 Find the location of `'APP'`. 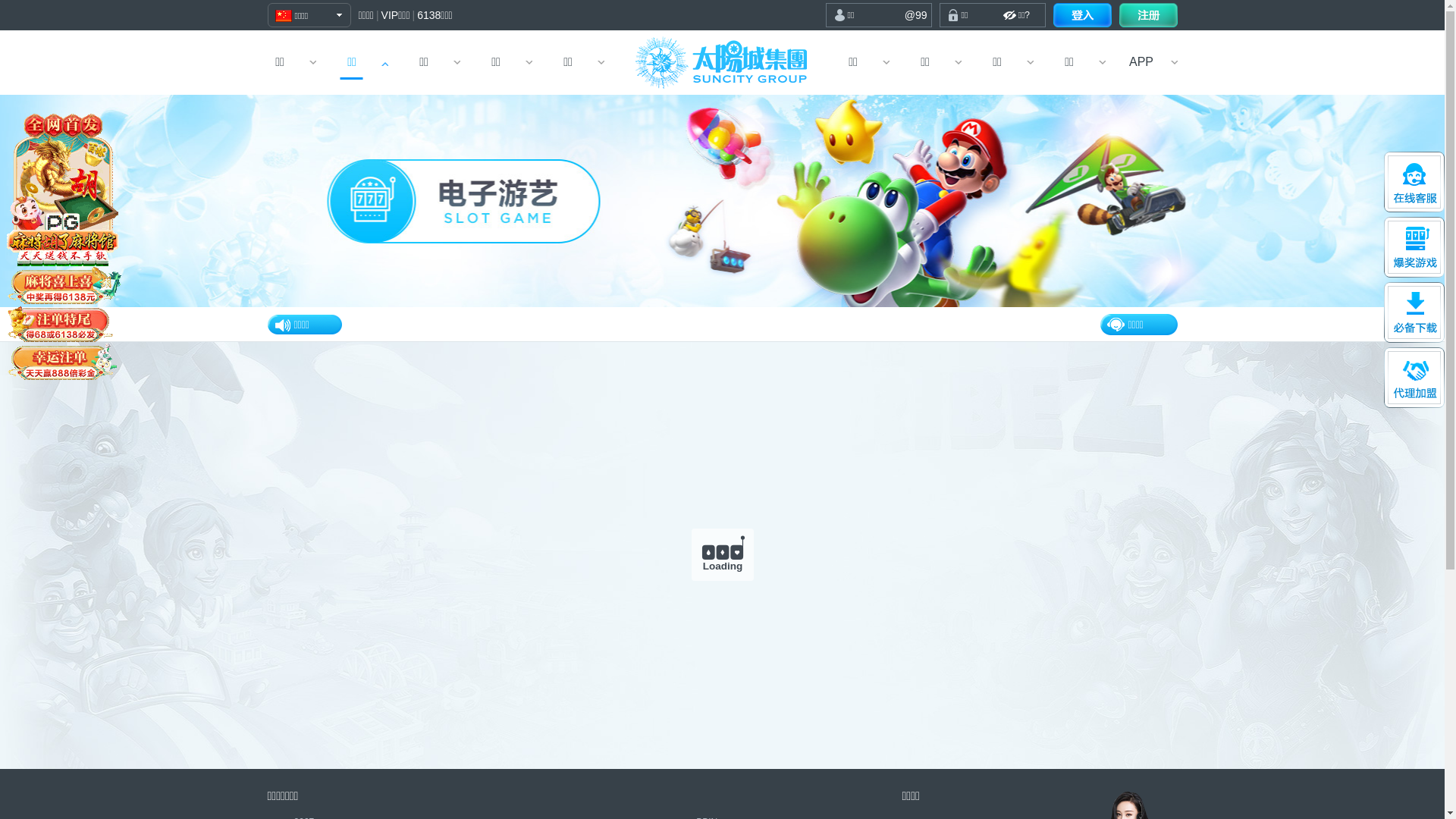

'APP' is located at coordinates (1106, 61).